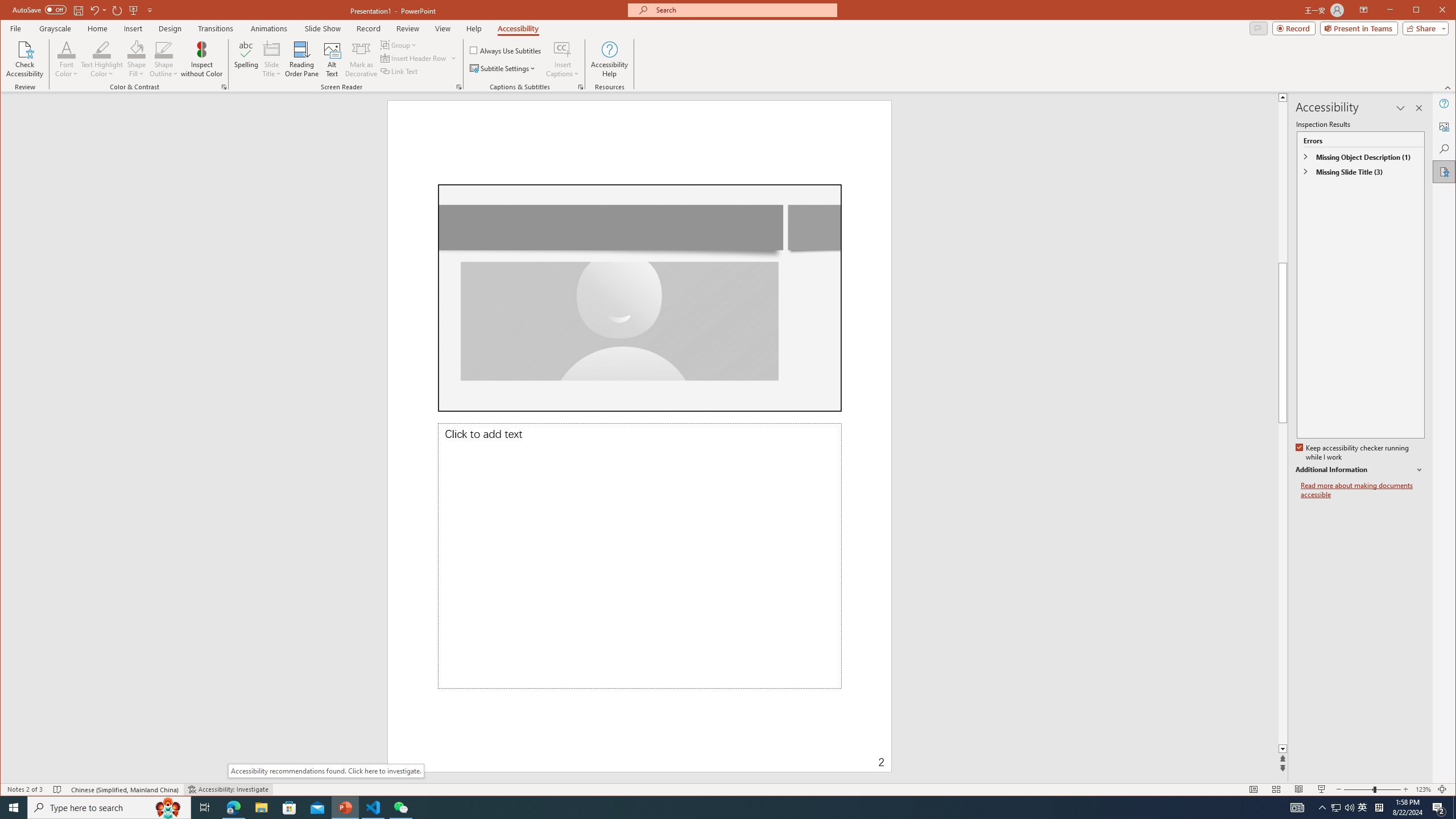 The image size is (1456, 819). What do you see at coordinates (360, 59) in the screenshot?
I see `'Mark as Decorative'` at bounding box center [360, 59].